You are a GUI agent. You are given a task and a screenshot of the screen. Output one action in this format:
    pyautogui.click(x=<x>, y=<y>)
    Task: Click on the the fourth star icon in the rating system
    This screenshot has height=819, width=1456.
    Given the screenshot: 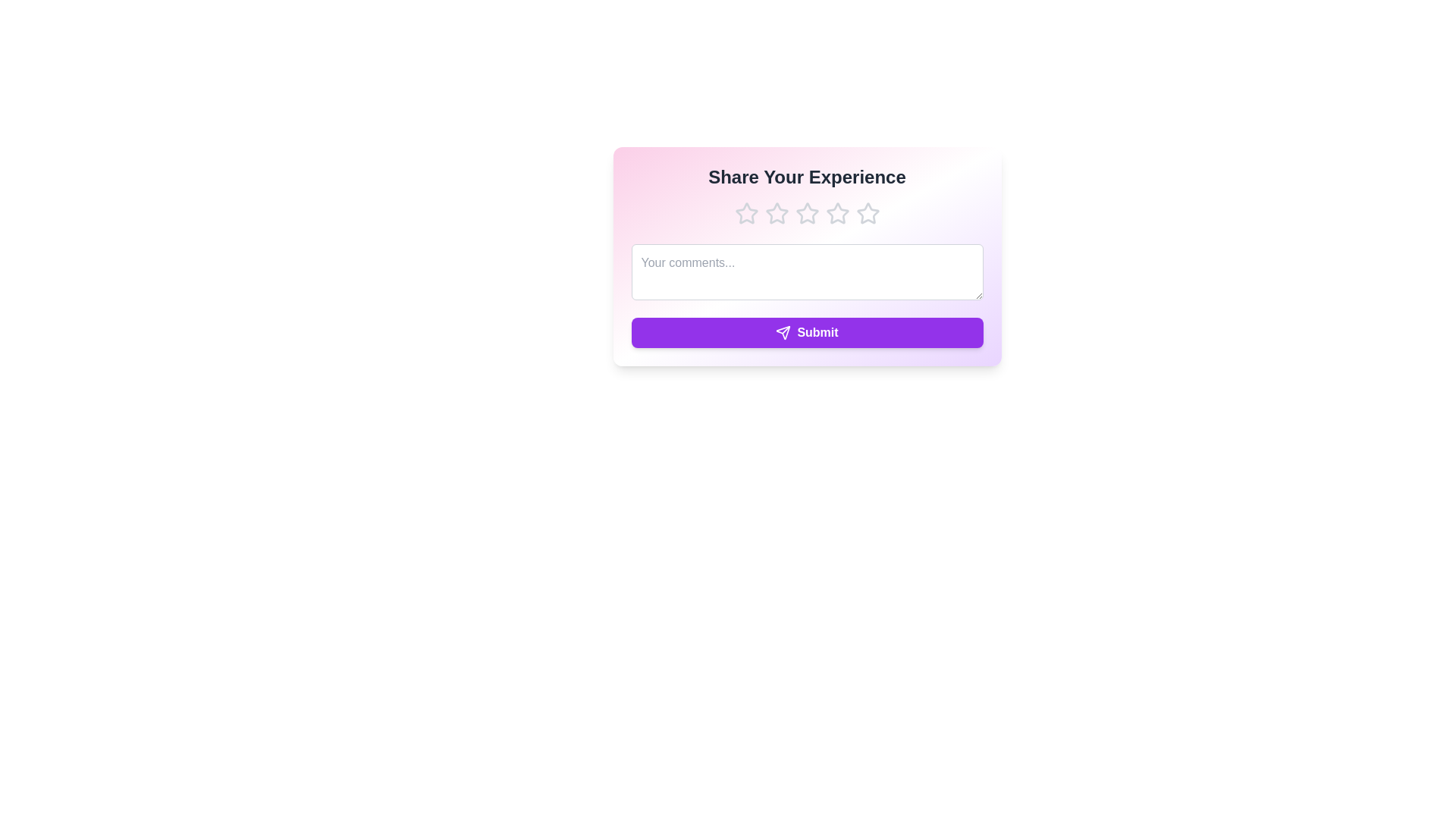 What is the action you would take?
    pyautogui.click(x=868, y=213)
    